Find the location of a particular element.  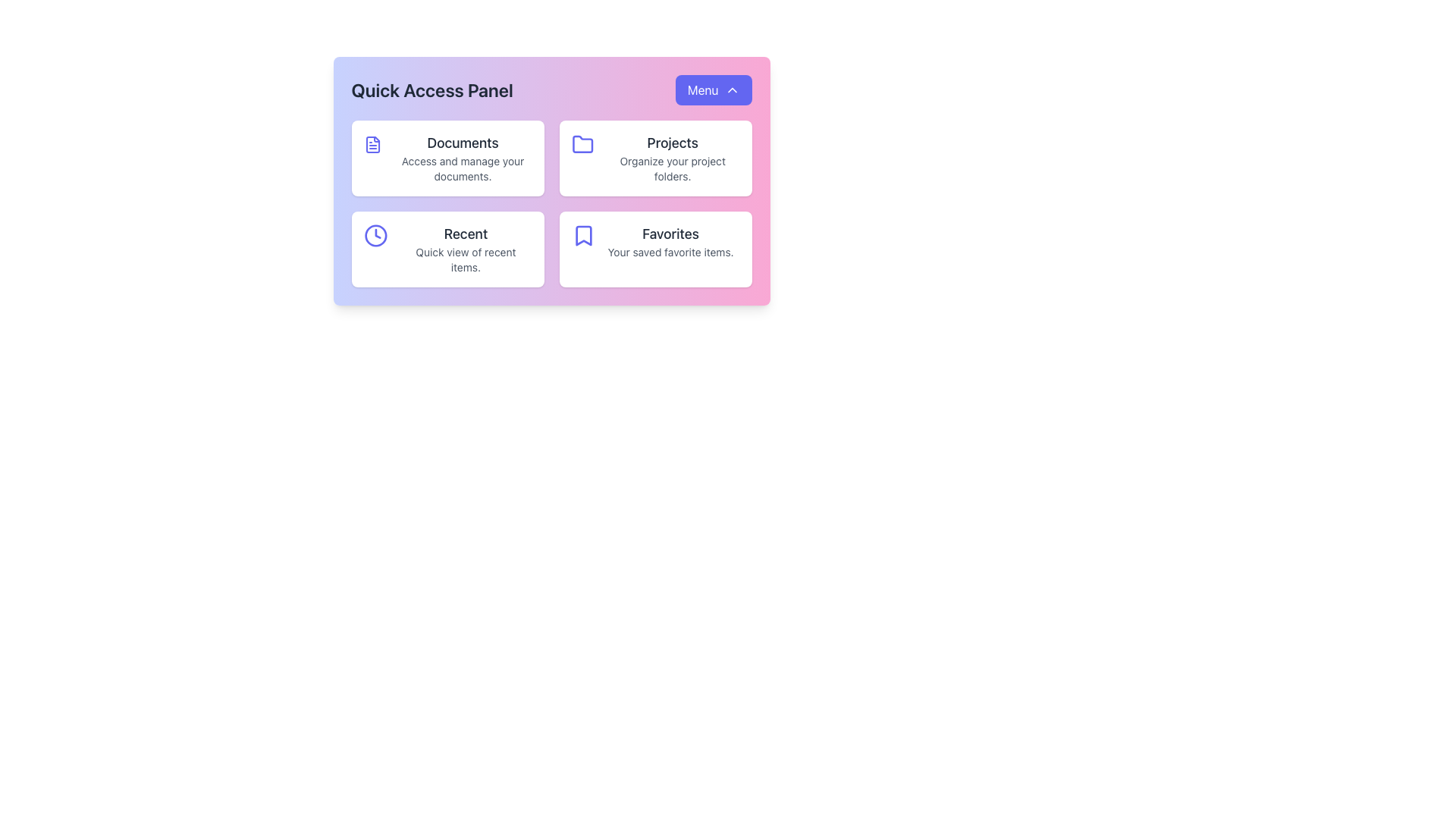

the descriptive text label located beneath the 'Favorites' header in the grid layout of the interface panel is located at coordinates (670, 251).